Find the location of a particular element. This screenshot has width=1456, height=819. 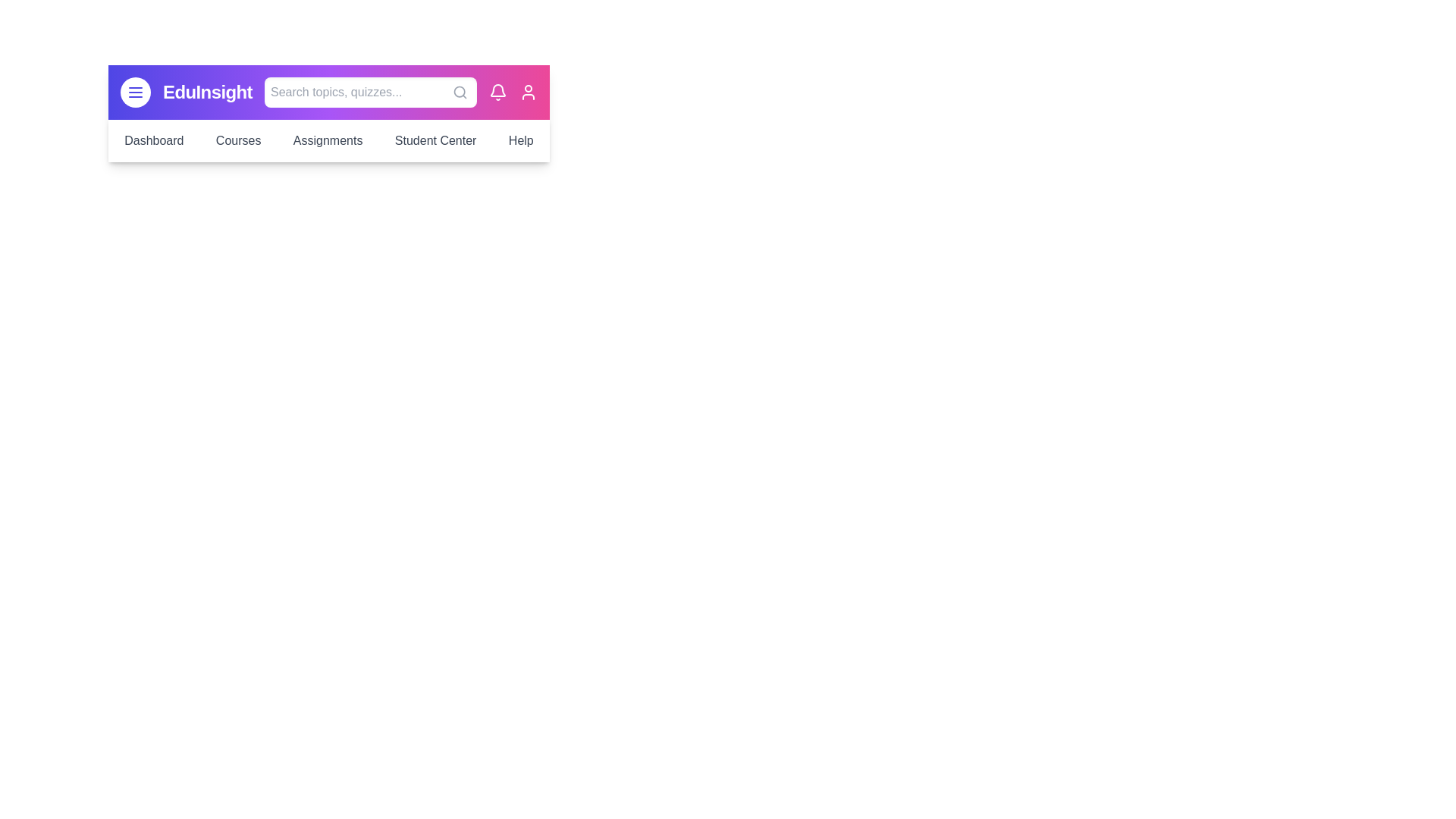

the user icon to access the user profile is located at coordinates (528, 93).